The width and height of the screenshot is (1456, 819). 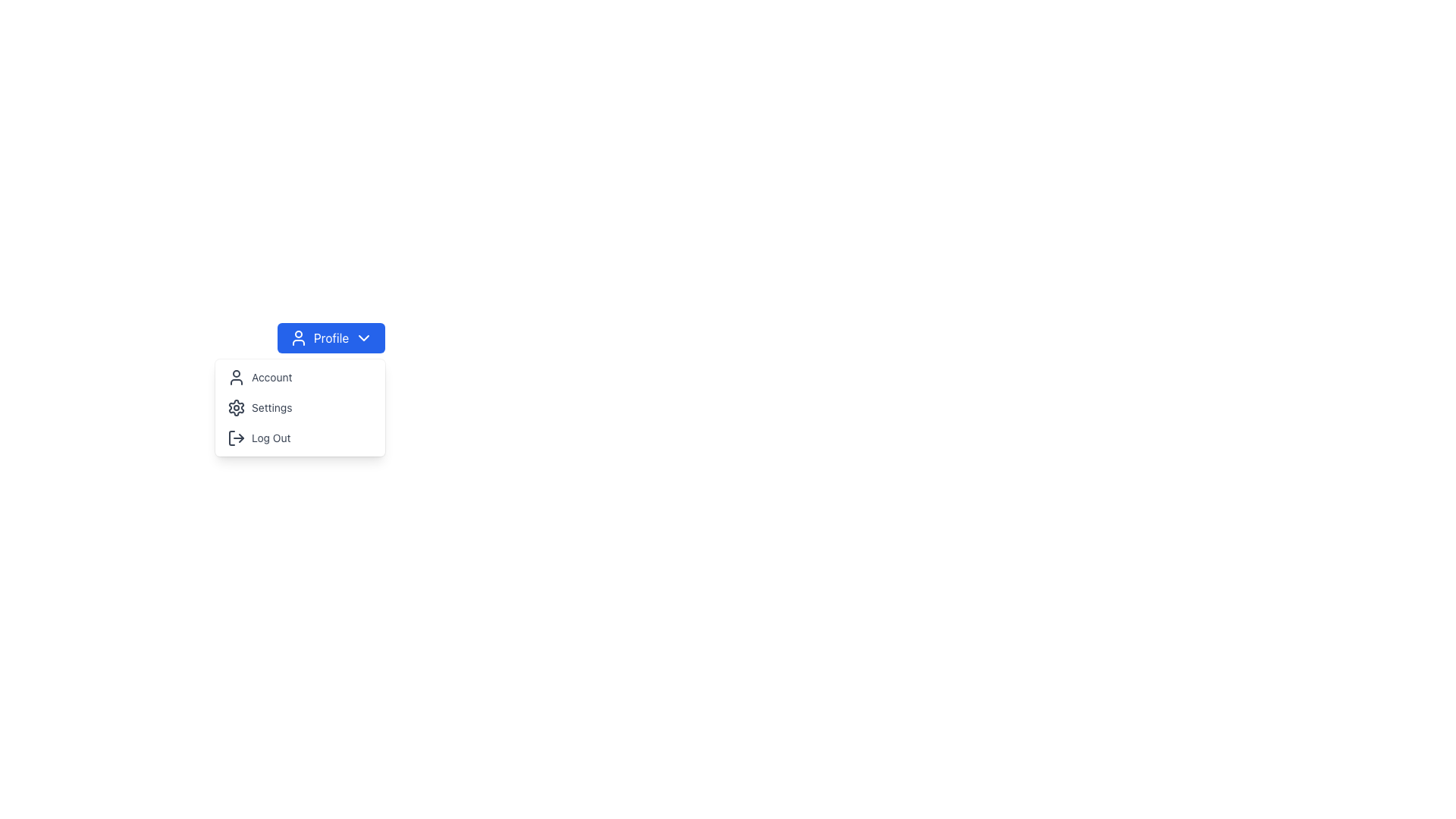 I want to click on the settings icon, which is the second item in the dropdown menu's icon list, so click(x=236, y=406).